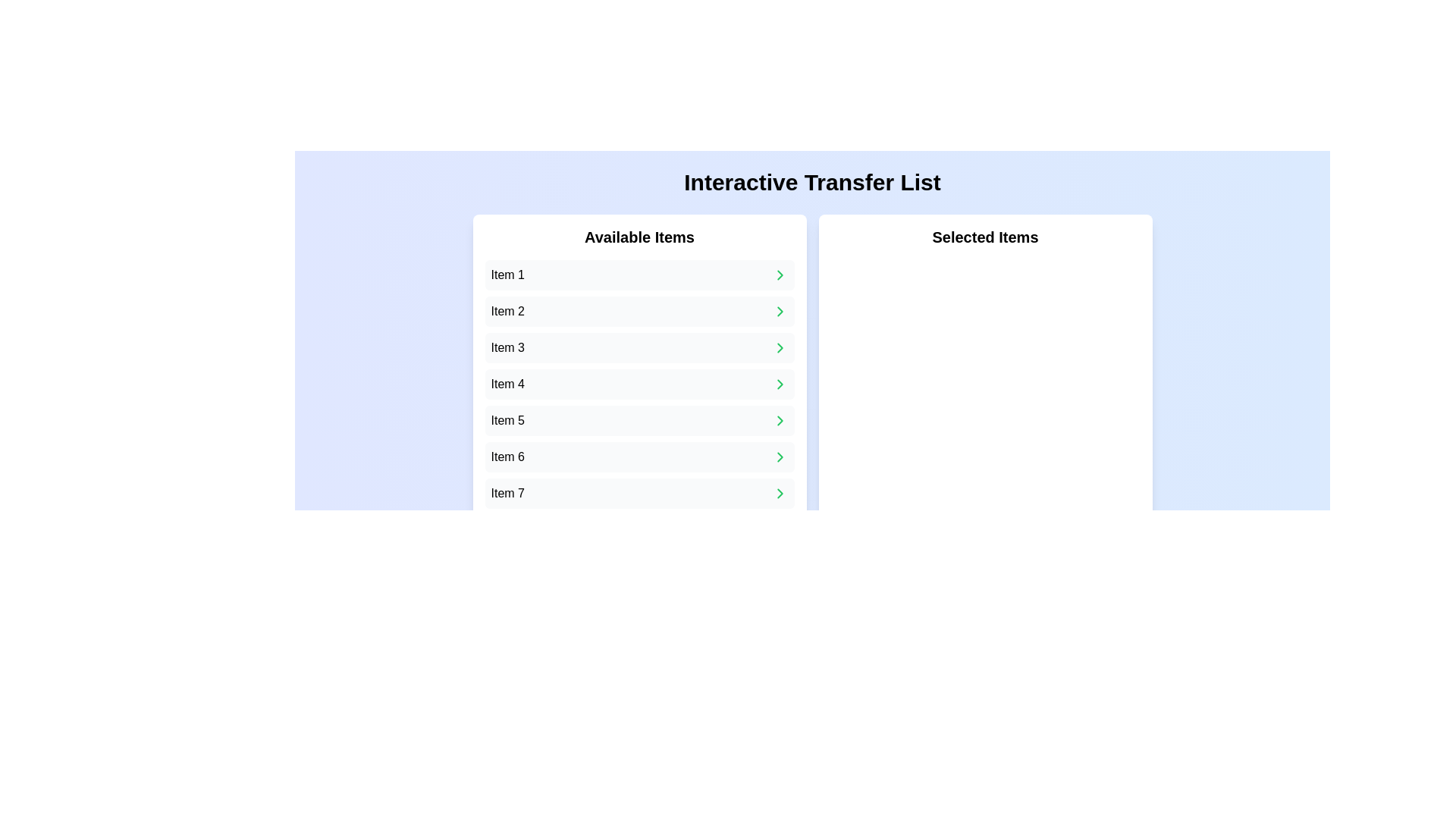 This screenshot has width=1456, height=819. What do you see at coordinates (507, 383) in the screenshot?
I see `on the text label displaying 'Item 4'` at bounding box center [507, 383].